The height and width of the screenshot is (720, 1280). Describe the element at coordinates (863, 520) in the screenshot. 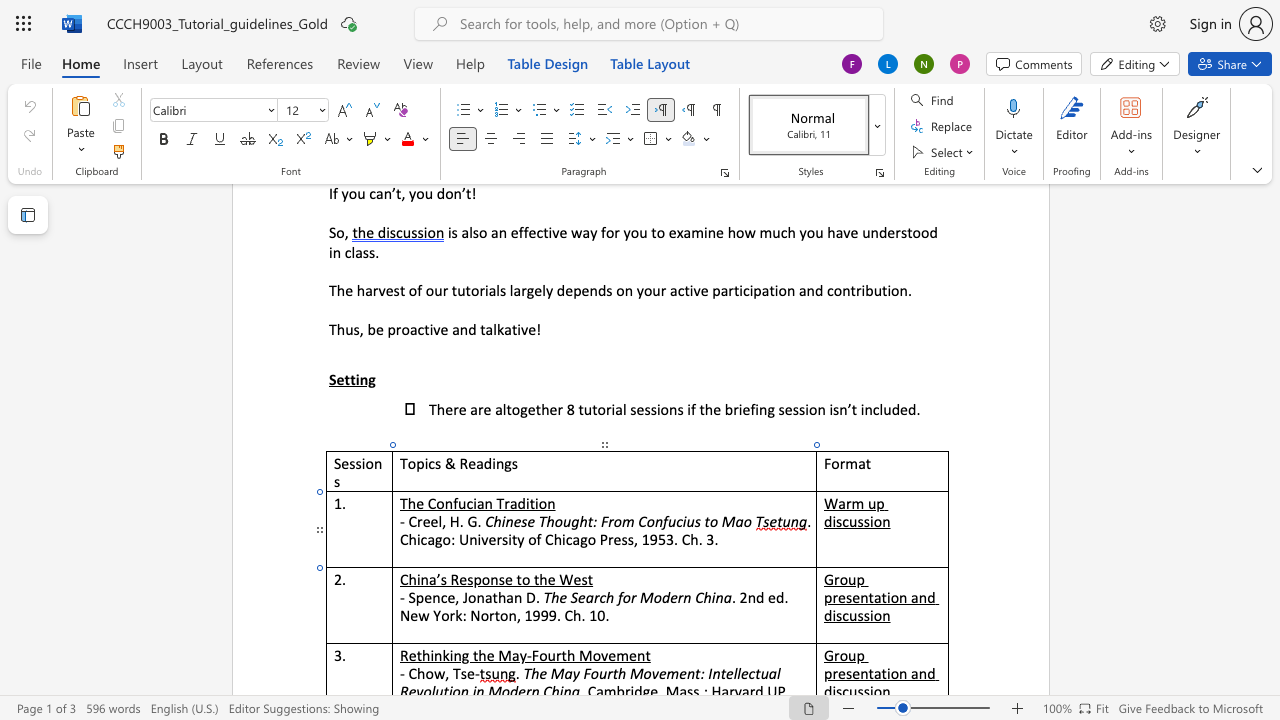

I see `the space between the continuous character "s" and "s" in the text` at that location.